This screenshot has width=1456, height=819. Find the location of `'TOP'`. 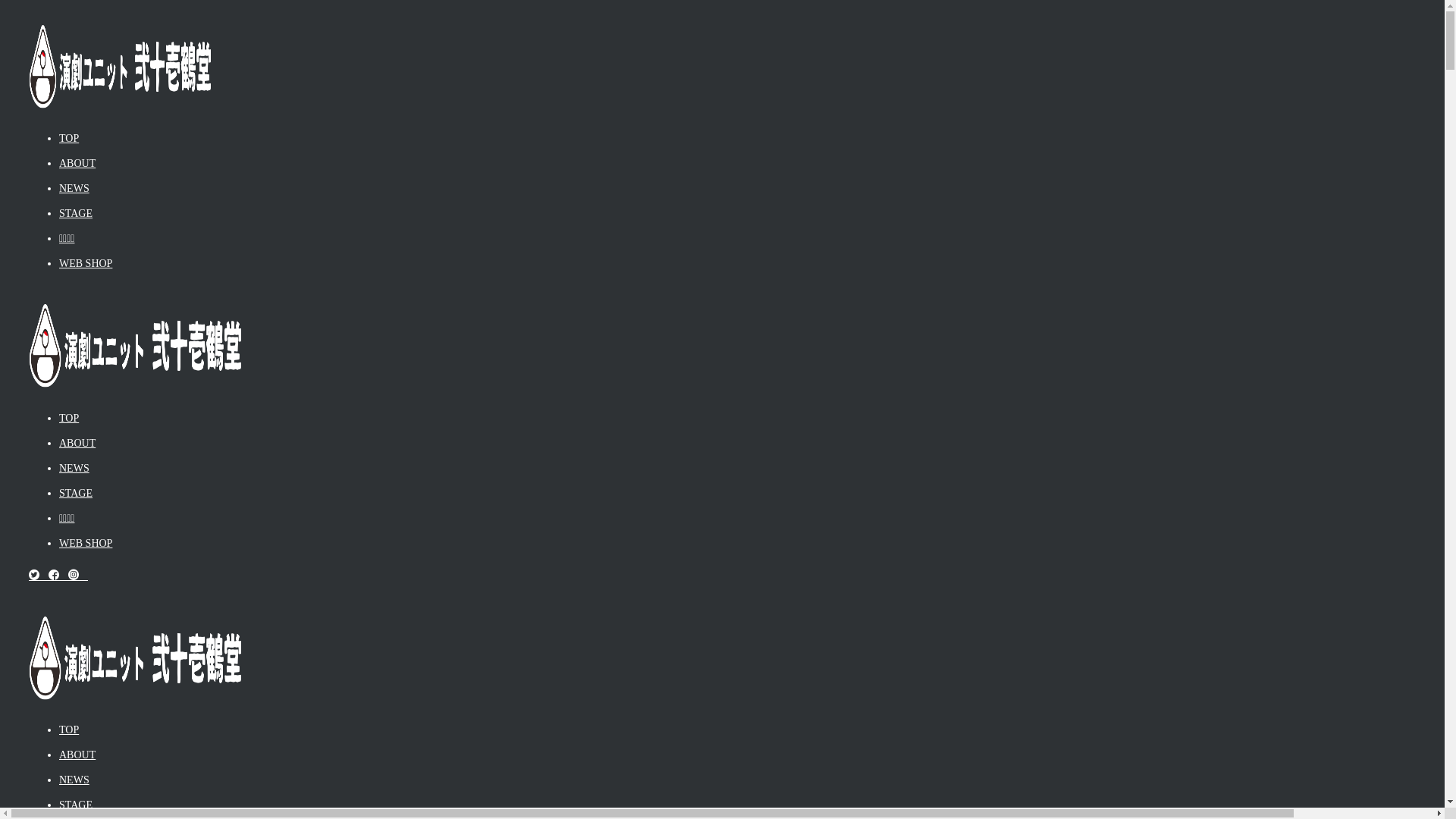

'TOP' is located at coordinates (68, 138).